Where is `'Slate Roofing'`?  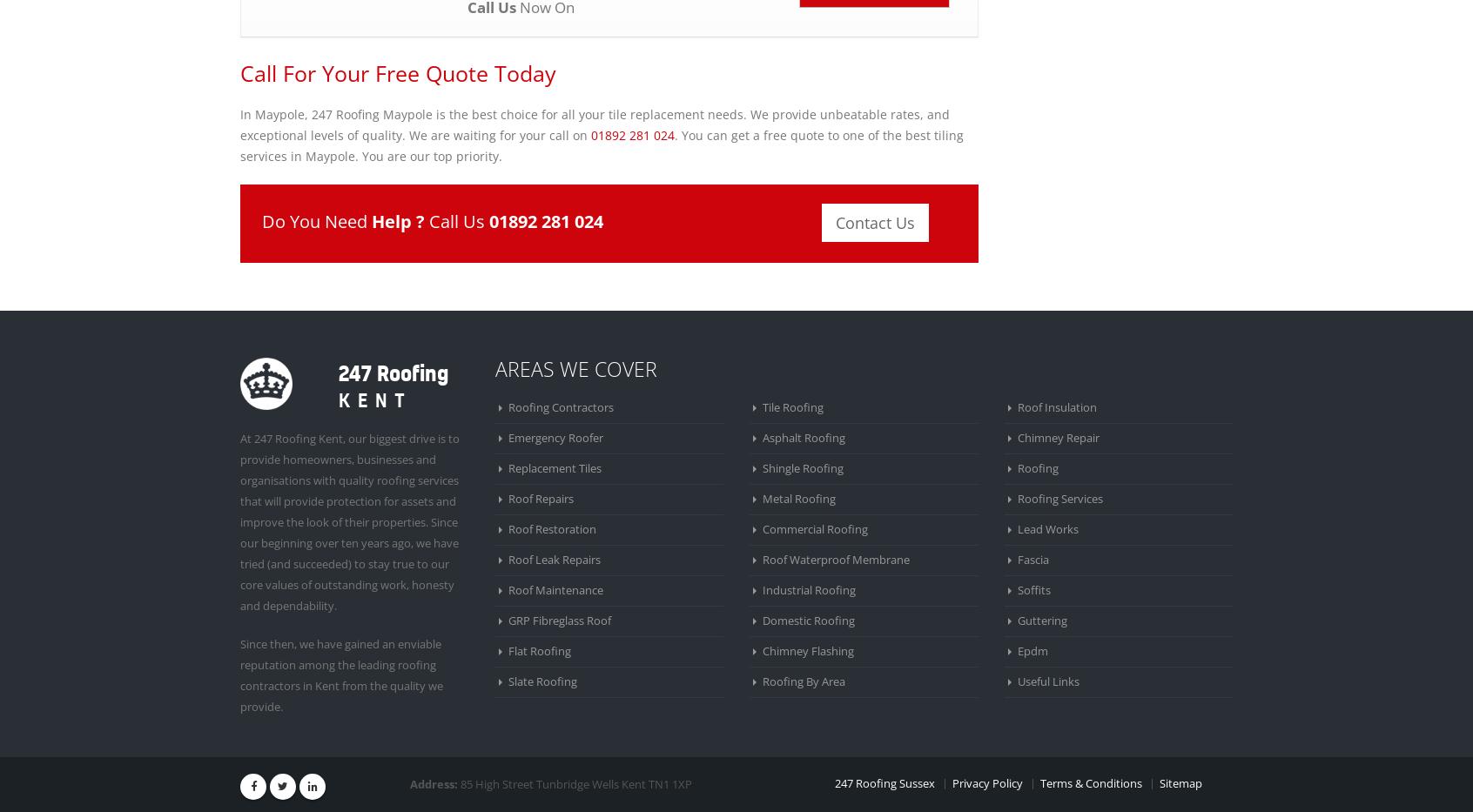
'Slate Roofing' is located at coordinates (541, 681).